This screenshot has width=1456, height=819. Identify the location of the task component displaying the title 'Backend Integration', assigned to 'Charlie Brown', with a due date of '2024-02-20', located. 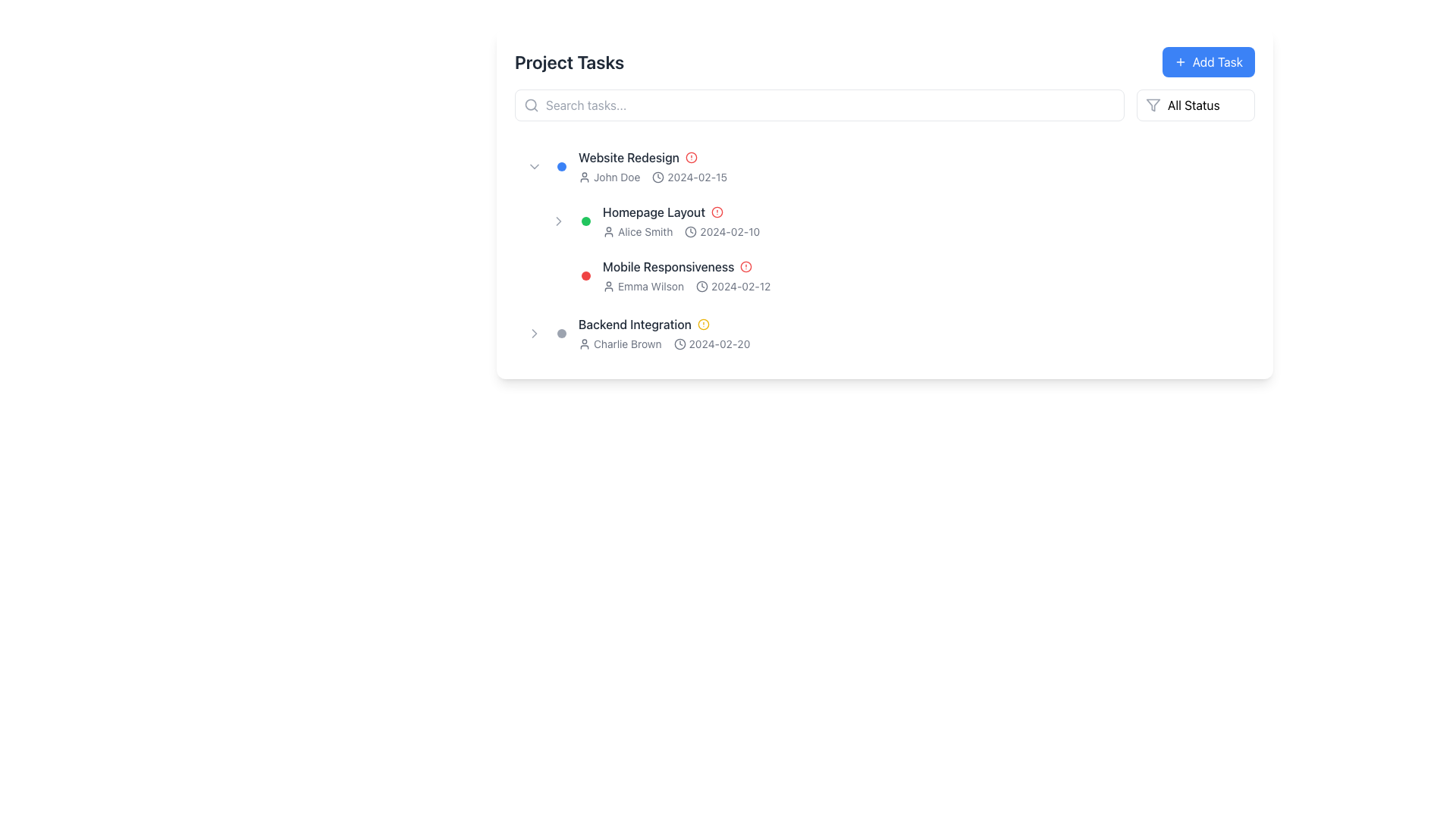
(912, 332).